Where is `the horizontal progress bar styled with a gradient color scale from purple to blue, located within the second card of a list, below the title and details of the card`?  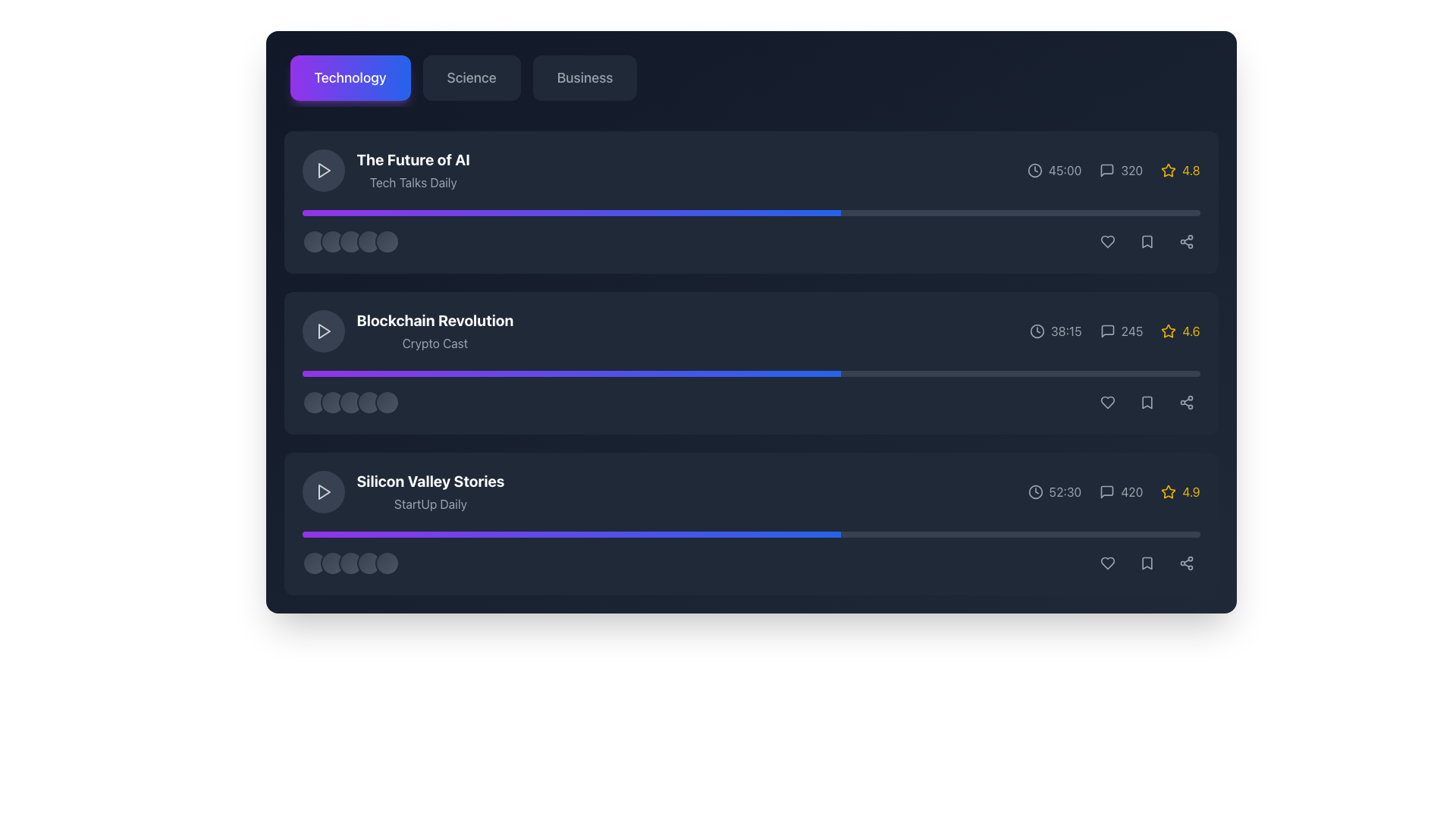
the horizontal progress bar styled with a gradient color scale from purple to blue, located within the second card of a list, below the title and details of the card is located at coordinates (751, 374).